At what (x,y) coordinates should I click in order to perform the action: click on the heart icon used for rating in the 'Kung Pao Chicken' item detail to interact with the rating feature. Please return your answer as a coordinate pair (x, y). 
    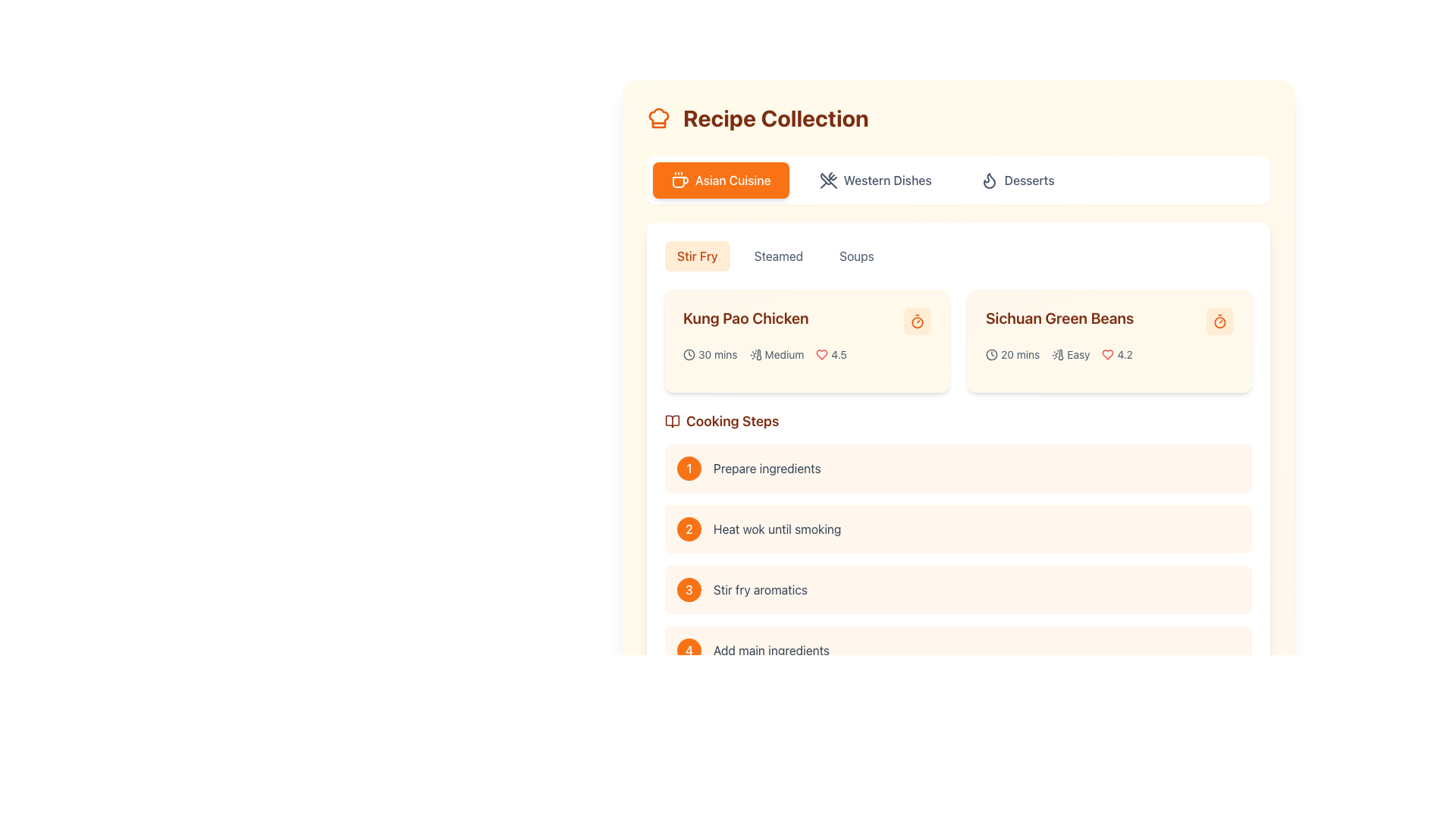
    Looking at the image, I should click on (821, 354).